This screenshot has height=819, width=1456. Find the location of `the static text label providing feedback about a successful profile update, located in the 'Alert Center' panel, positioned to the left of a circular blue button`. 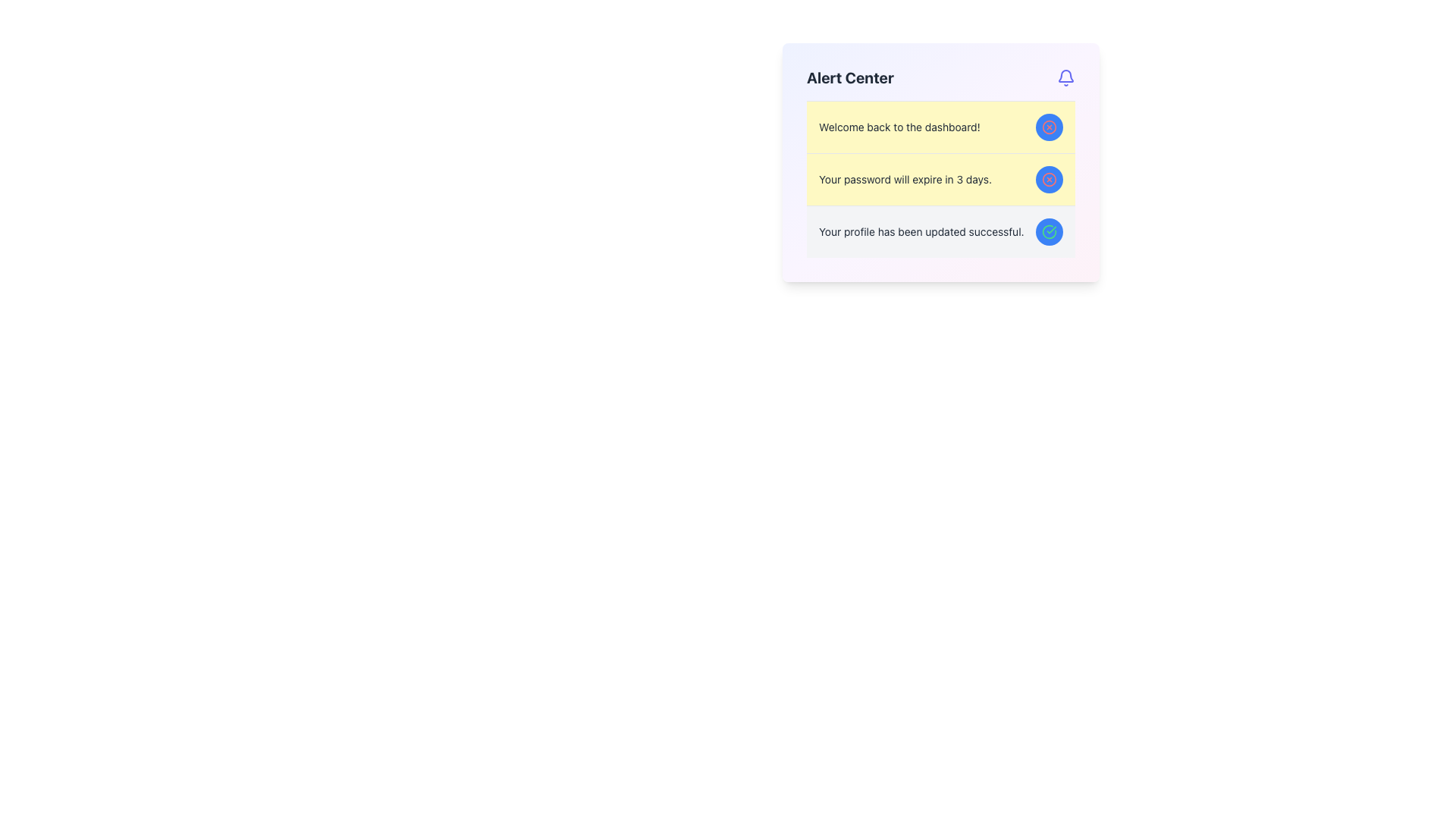

the static text label providing feedback about a successful profile update, located in the 'Alert Center' panel, positioned to the left of a circular blue button is located at coordinates (921, 231).